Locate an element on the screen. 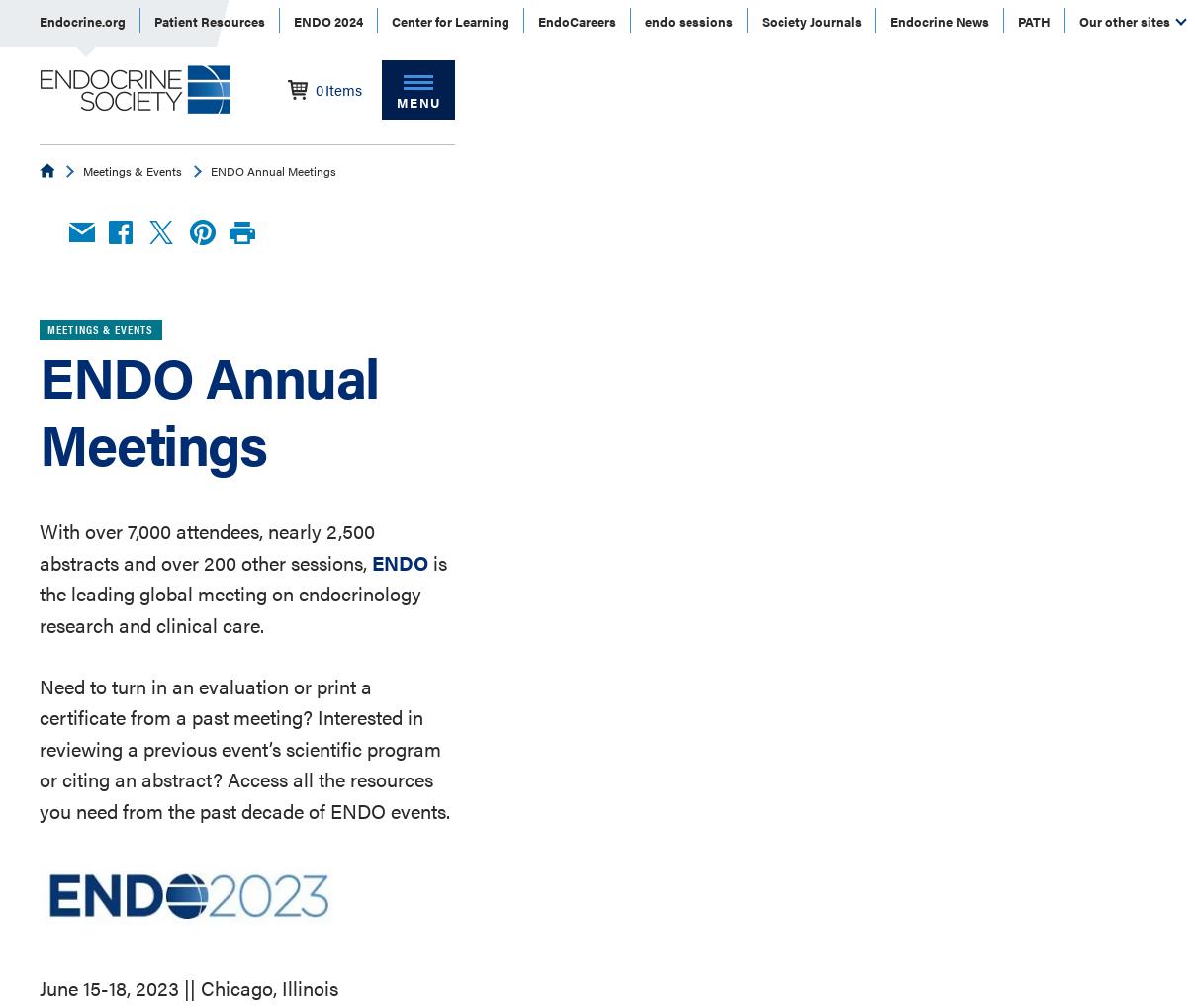 This screenshot has width=1195, height=1008. 'Our other sites' is located at coordinates (1126, 20).